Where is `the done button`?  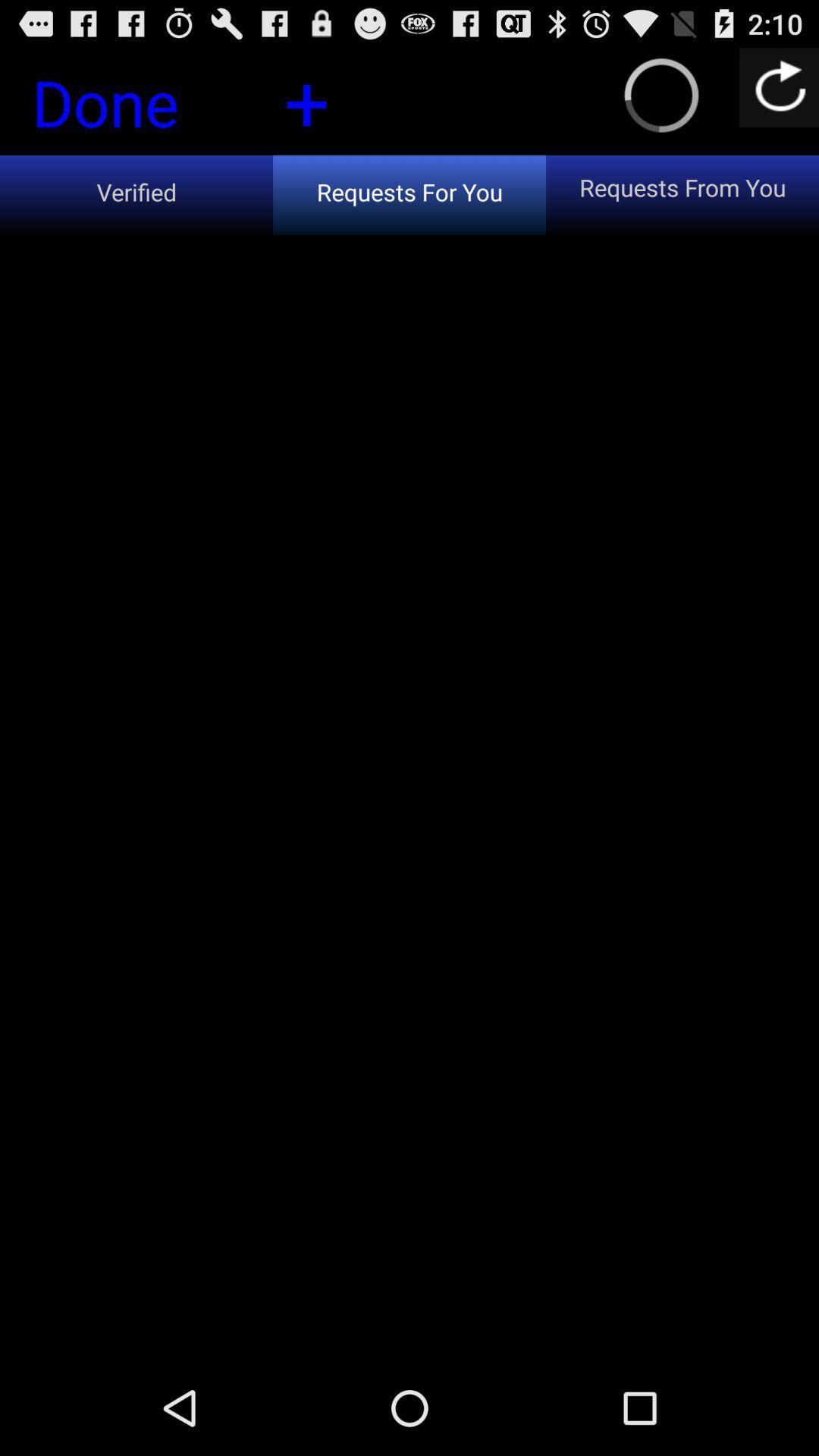
the done button is located at coordinates (130, 106).